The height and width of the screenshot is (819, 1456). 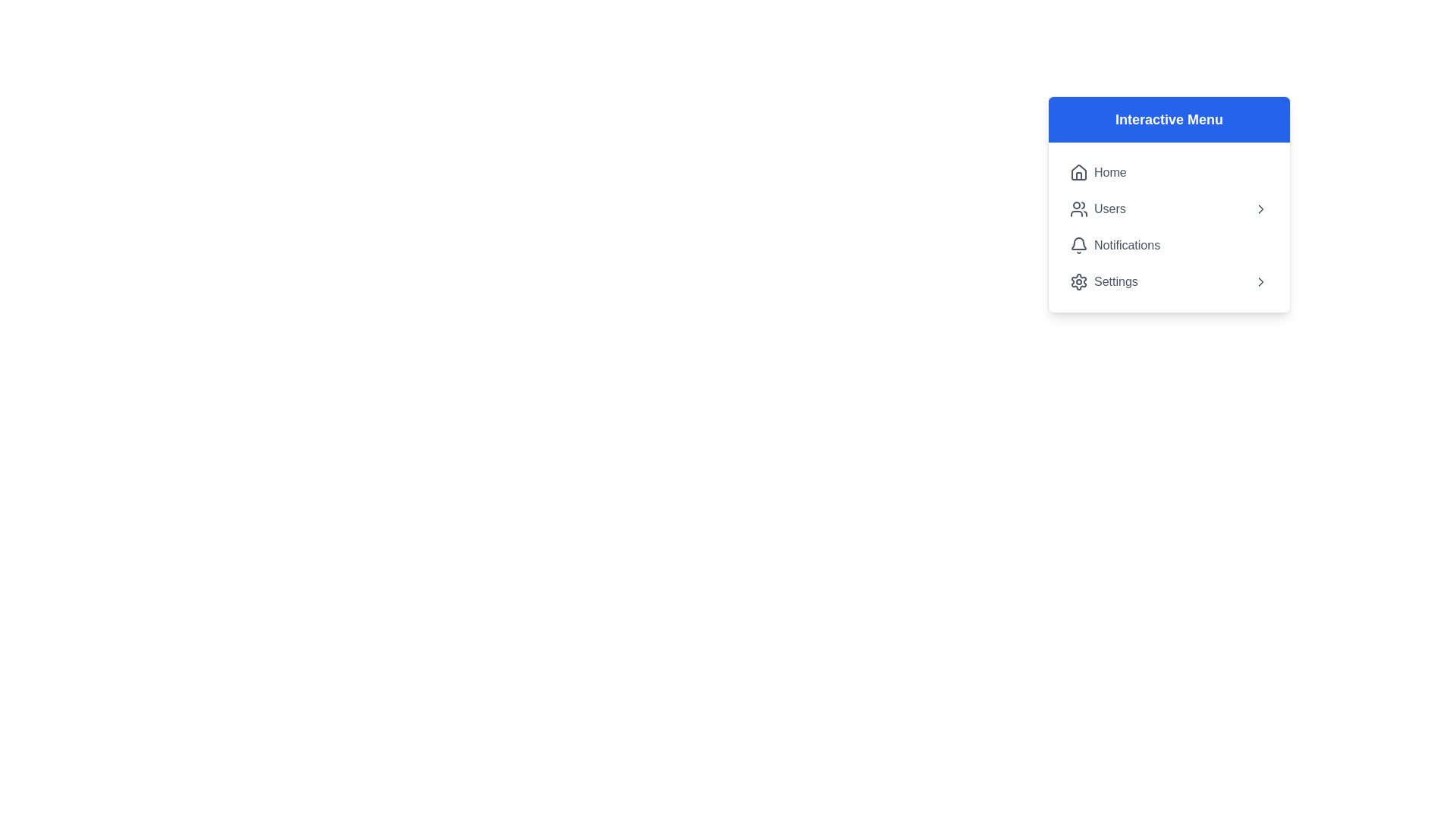 I want to click on the navigation menu located in the top-right section of the application, so click(x=1220, y=278).